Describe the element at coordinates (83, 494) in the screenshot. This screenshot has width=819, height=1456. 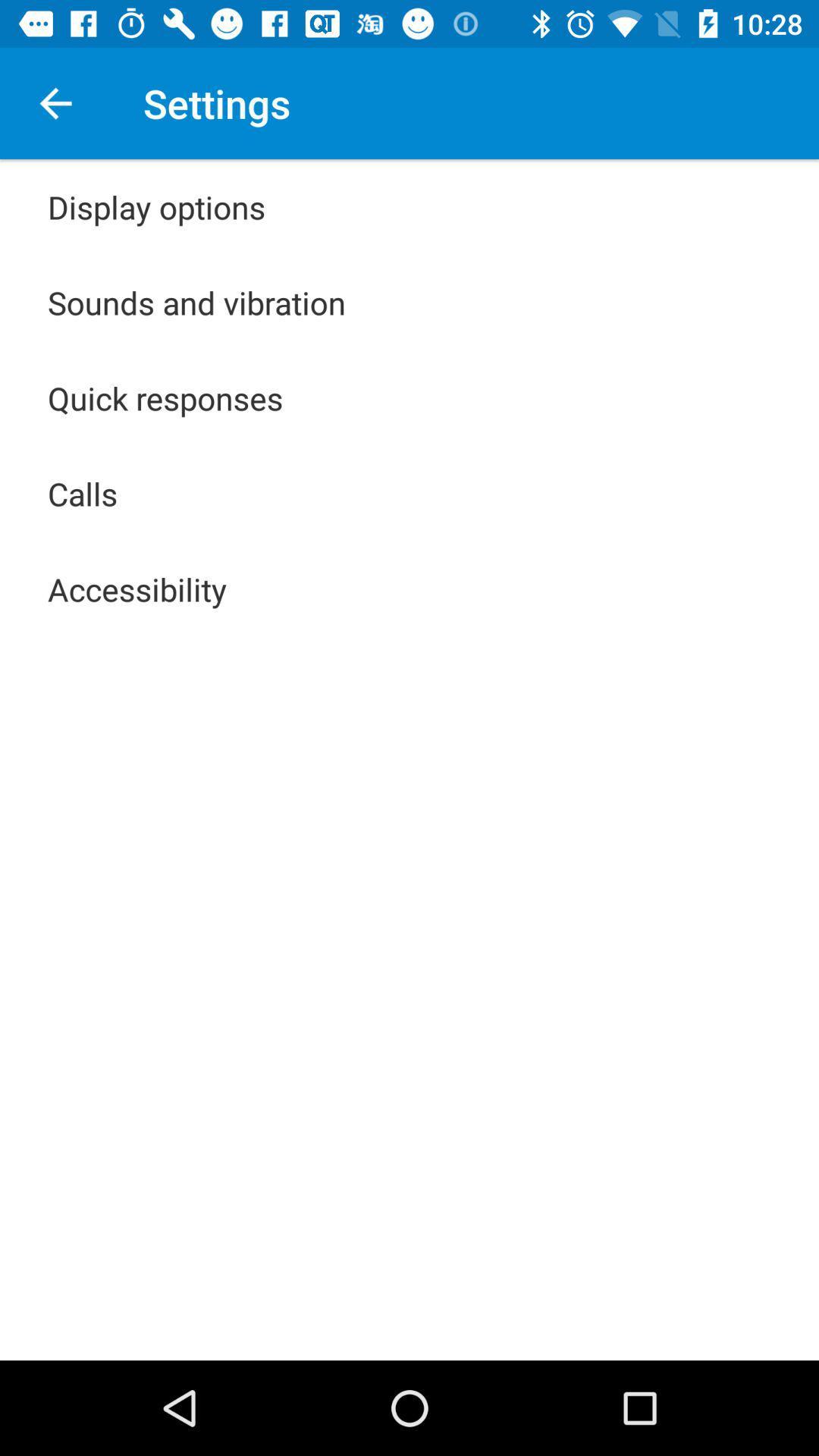
I see `the calls item` at that location.